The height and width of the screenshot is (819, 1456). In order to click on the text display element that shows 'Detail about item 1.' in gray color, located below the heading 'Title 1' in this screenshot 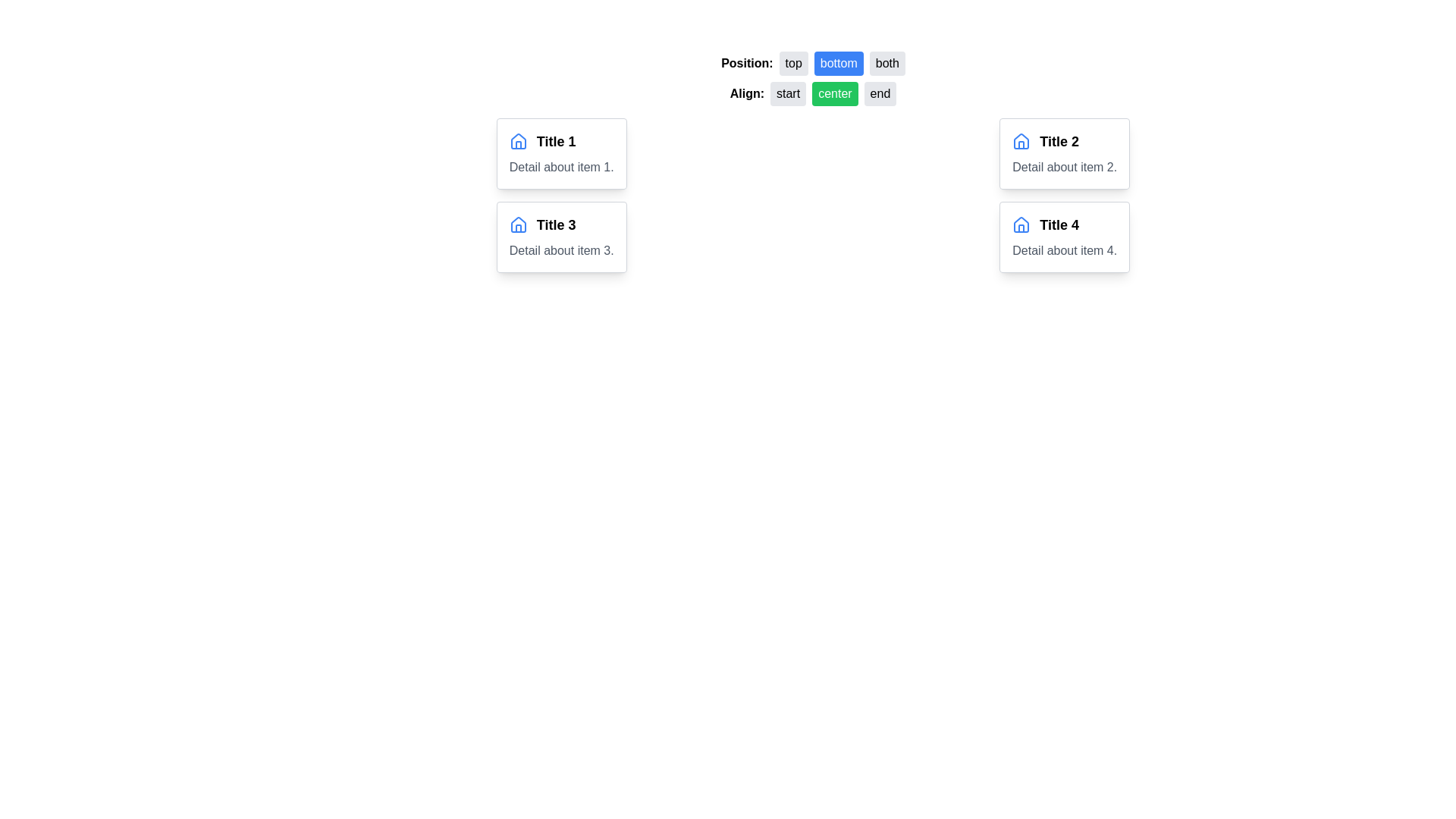, I will do `click(560, 167)`.